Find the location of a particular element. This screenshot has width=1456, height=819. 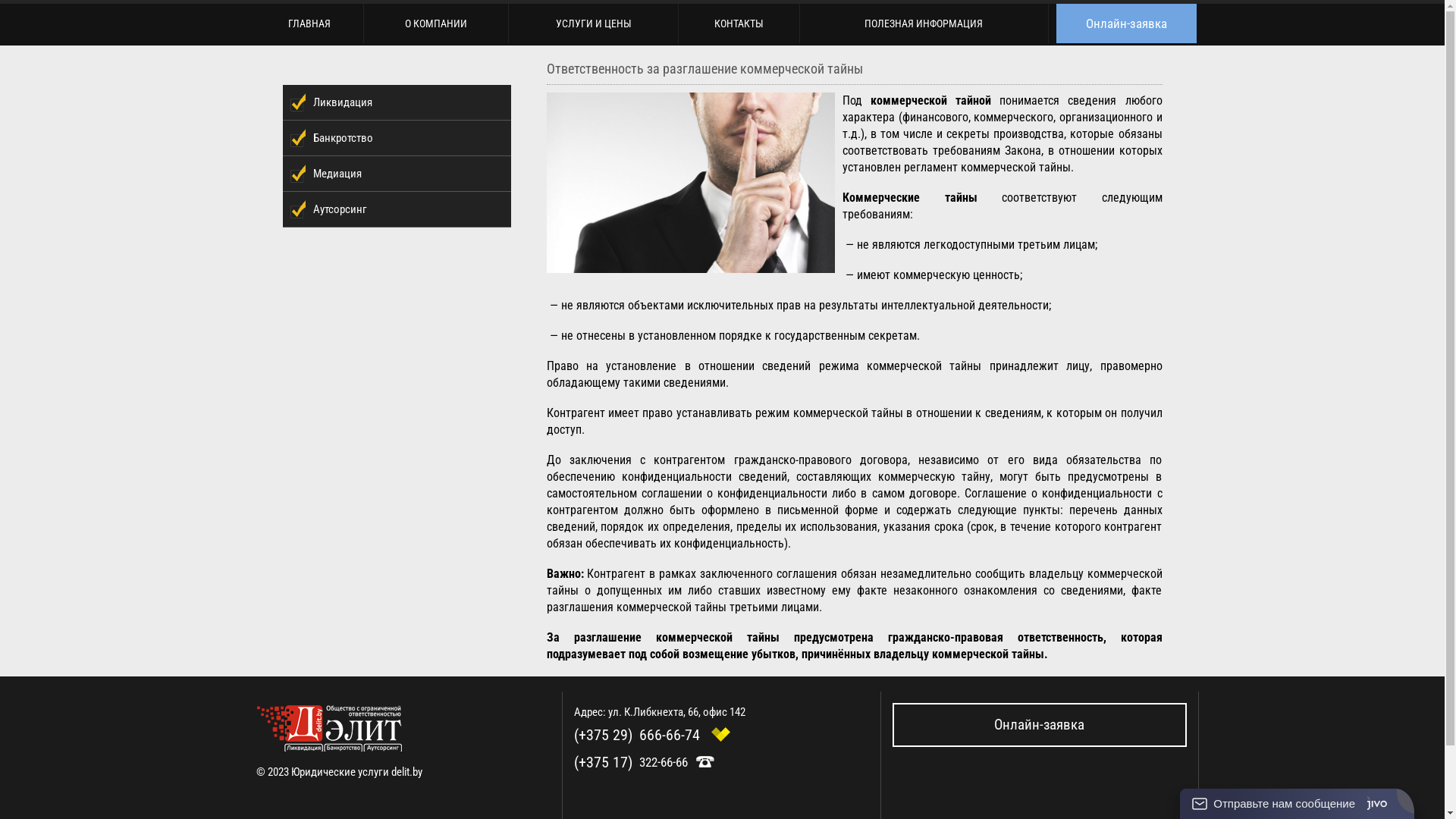

'322-66-66' is located at coordinates (663, 762).